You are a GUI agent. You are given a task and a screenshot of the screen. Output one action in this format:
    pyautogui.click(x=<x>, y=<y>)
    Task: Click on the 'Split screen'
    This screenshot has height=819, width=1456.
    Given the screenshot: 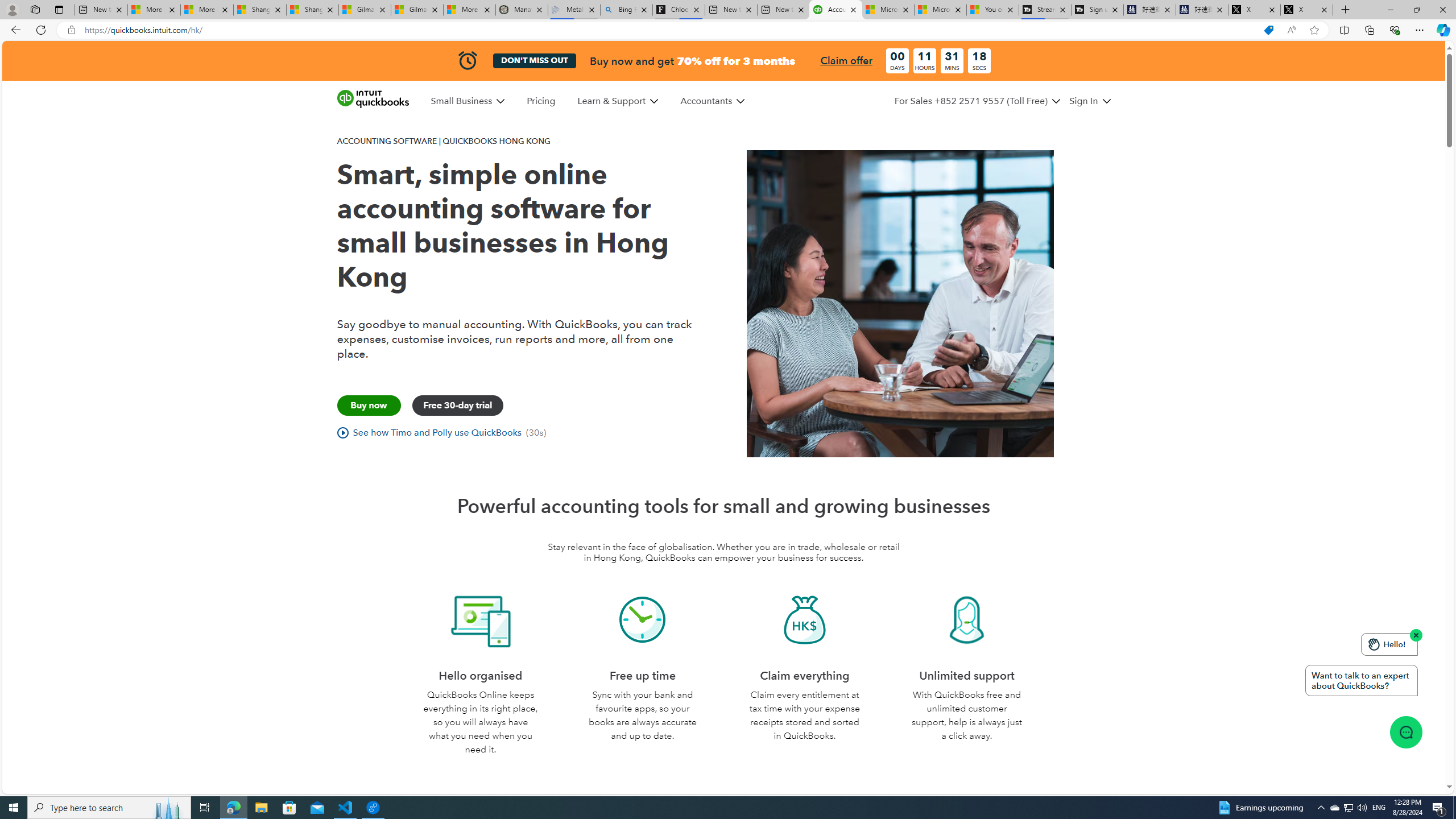 What is the action you would take?
    pyautogui.click(x=1345, y=29)
    